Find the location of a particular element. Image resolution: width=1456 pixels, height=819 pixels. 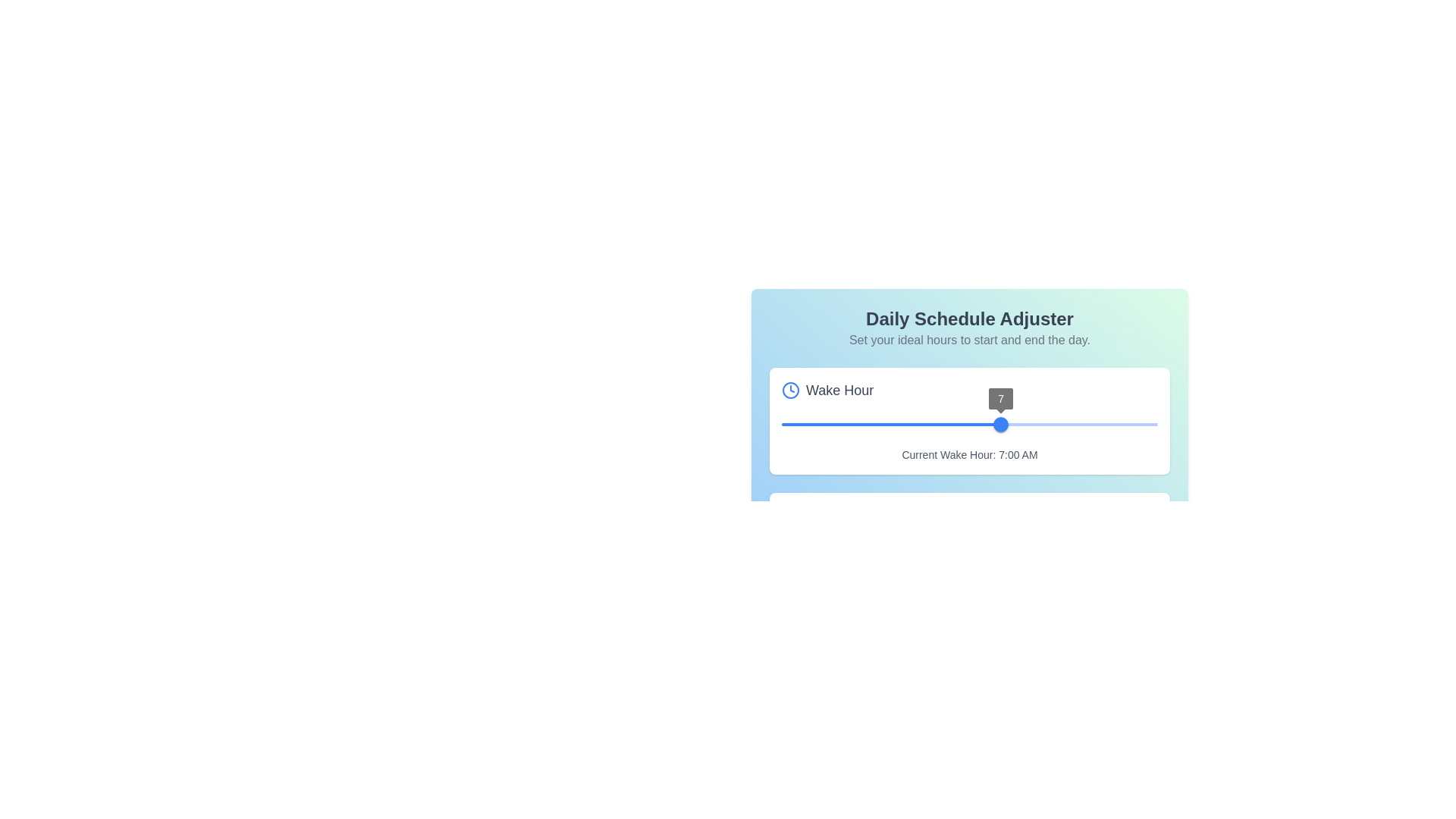

the wake hour is located at coordinates (814, 424).